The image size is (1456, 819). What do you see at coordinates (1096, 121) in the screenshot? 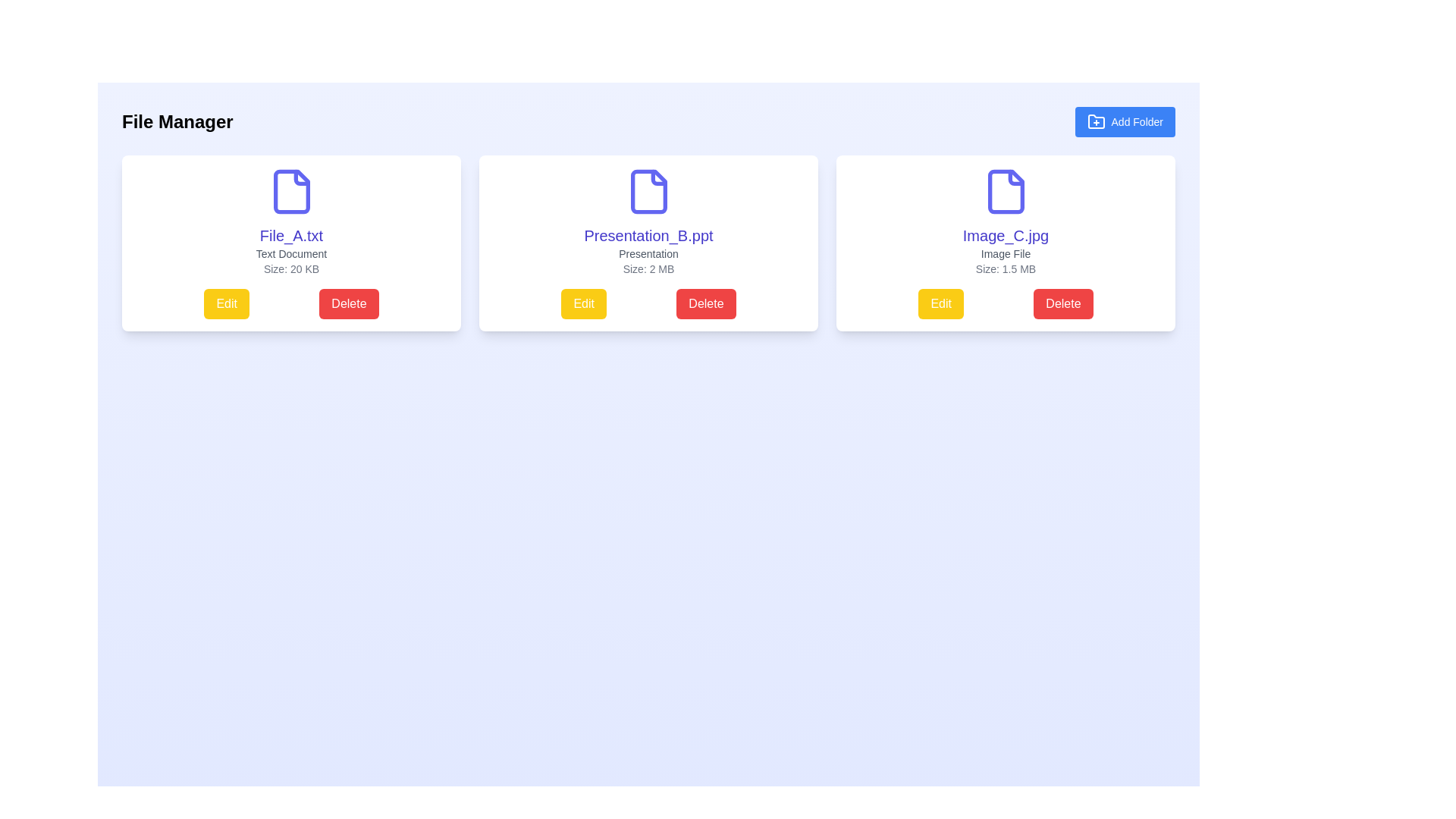
I see `the 'Add Folder' button which contains the folder icon with a plus sign overlay, located at the left side of the text` at bounding box center [1096, 121].